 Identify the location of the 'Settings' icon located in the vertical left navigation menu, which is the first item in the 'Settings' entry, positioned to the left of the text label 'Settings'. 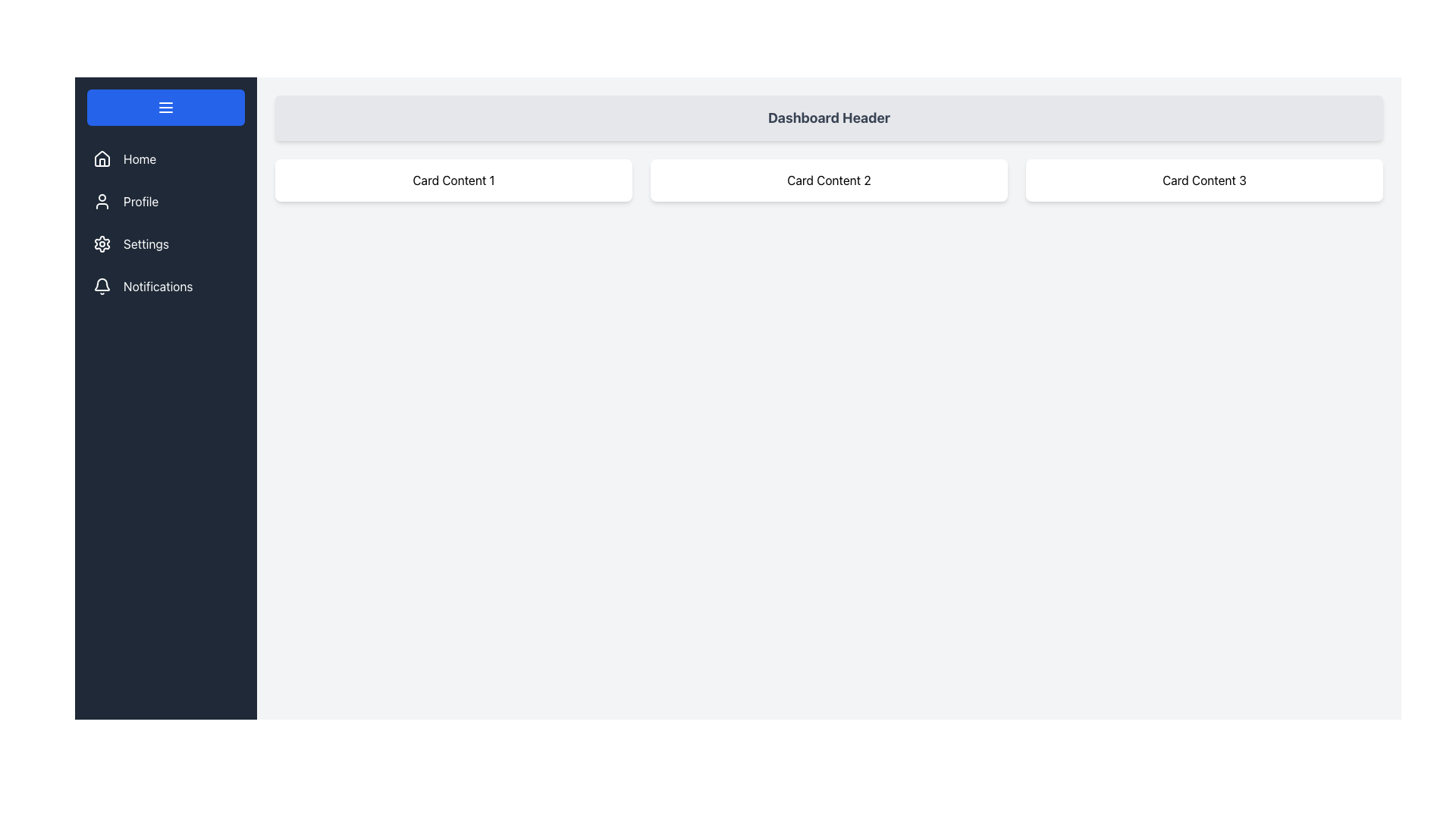
(101, 243).